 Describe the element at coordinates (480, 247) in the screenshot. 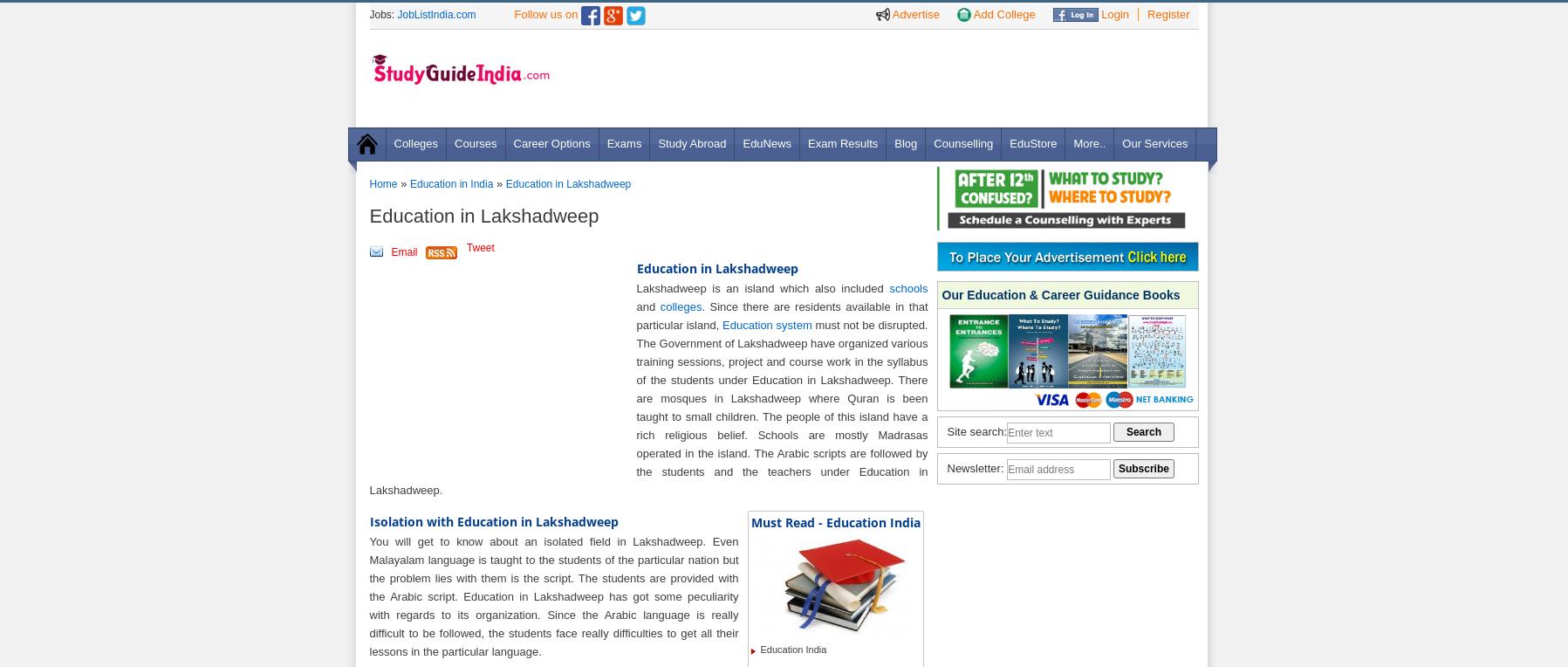

I see `'Tweet'` at that location.